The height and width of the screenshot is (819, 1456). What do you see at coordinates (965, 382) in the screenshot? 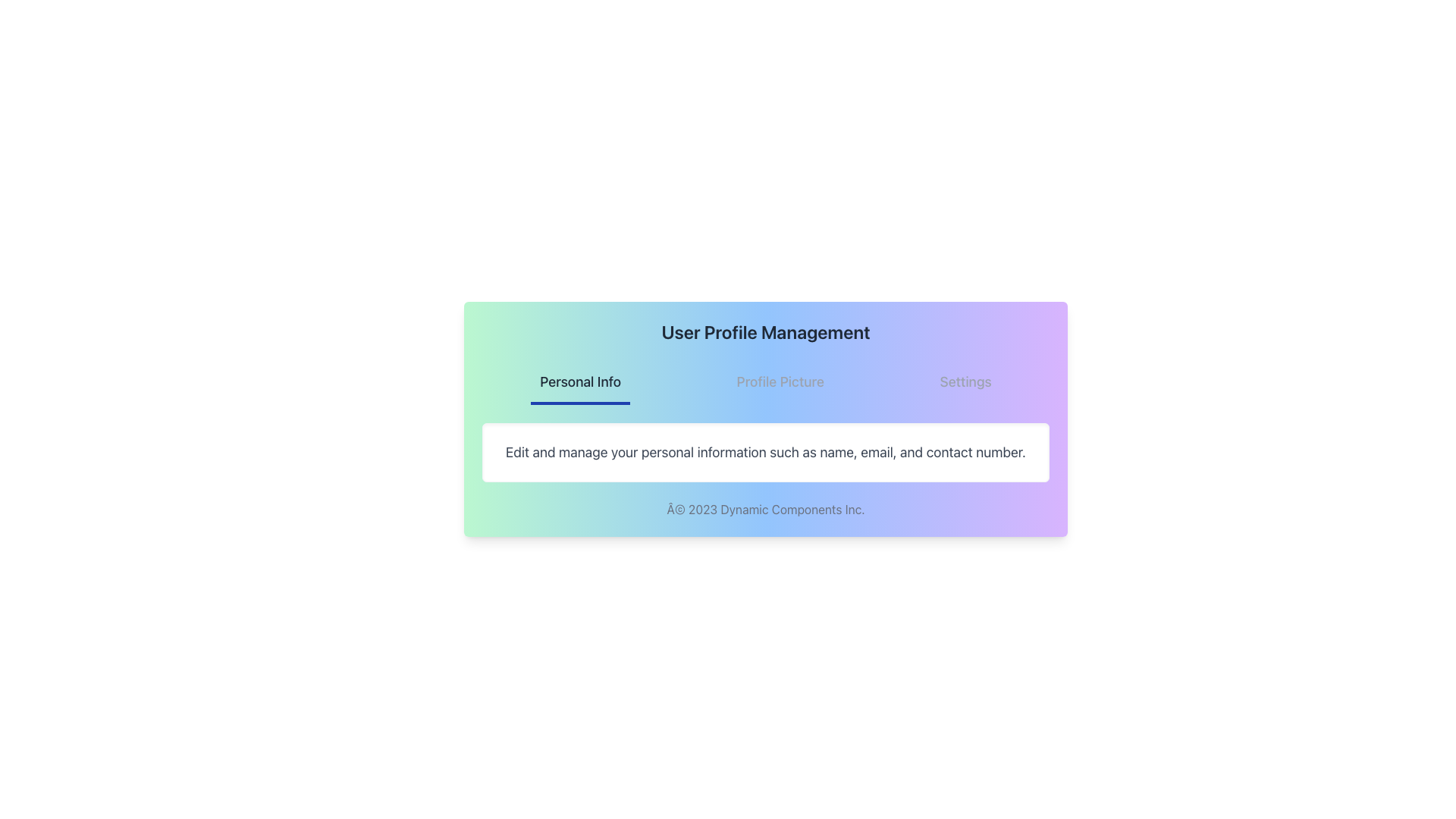
I see `the 'Settings' tab, which is the last tab in the user profile management section` at bounding box center [965, 382].